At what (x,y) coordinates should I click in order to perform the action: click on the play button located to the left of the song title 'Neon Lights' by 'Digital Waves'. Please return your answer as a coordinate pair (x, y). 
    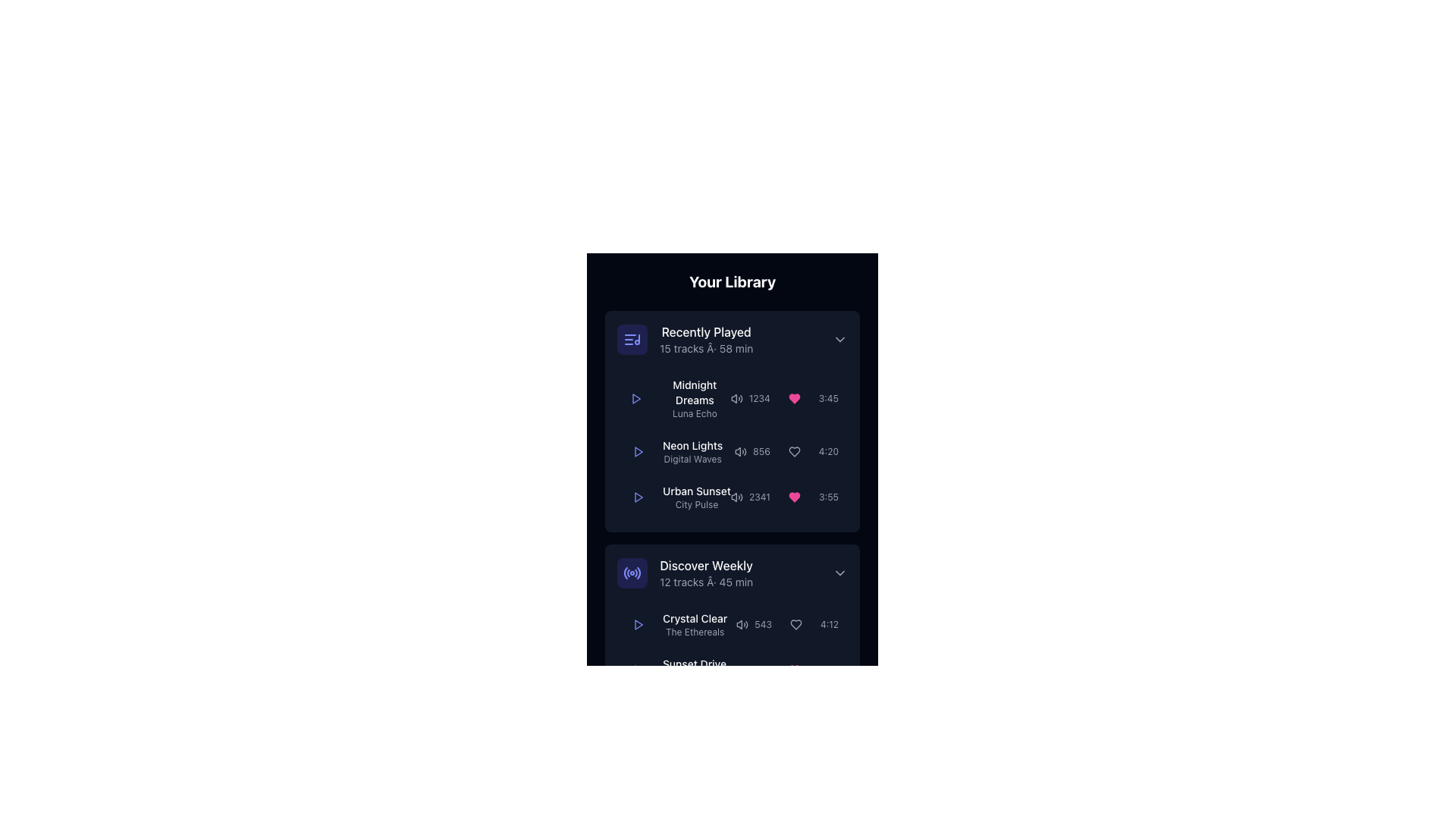
    Looking at the image, I should click on (638, 451).